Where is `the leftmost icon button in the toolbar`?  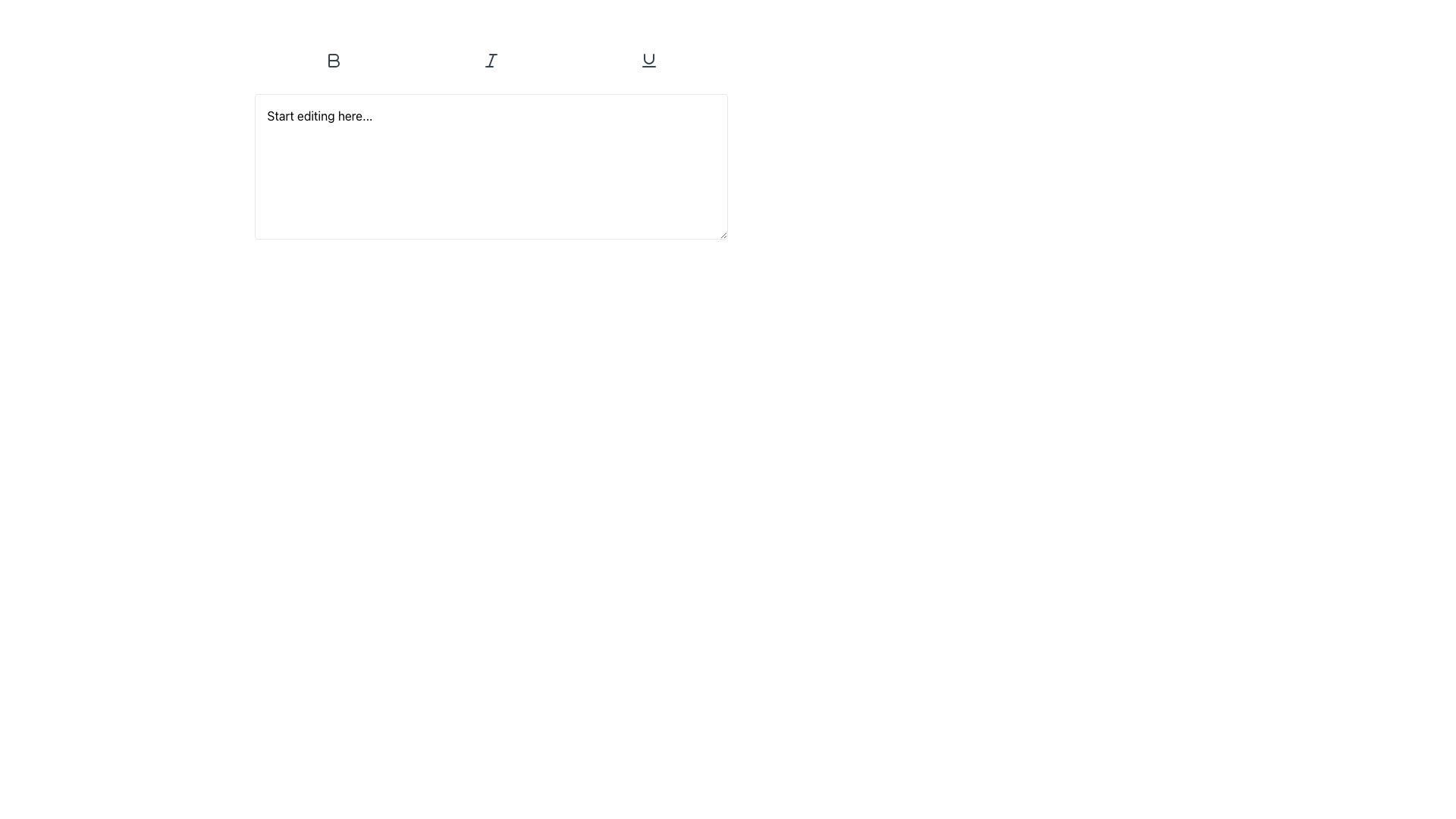
the leftmost icon button in the toolbar is located at coordinates (333, 60).